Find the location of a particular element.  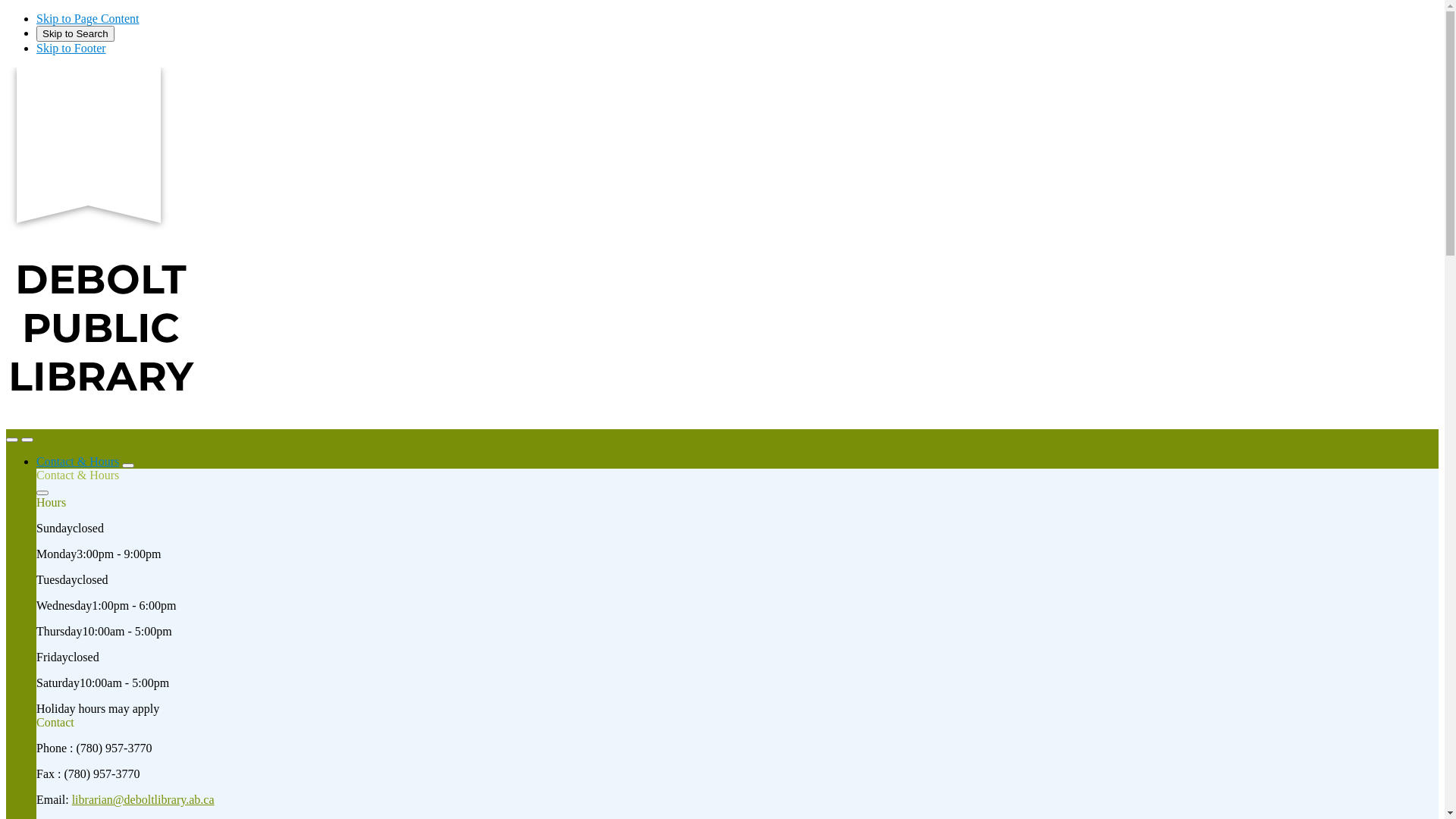

'librarian@deboltlibrary.ab.ca' is located at coordinates (143, 799).